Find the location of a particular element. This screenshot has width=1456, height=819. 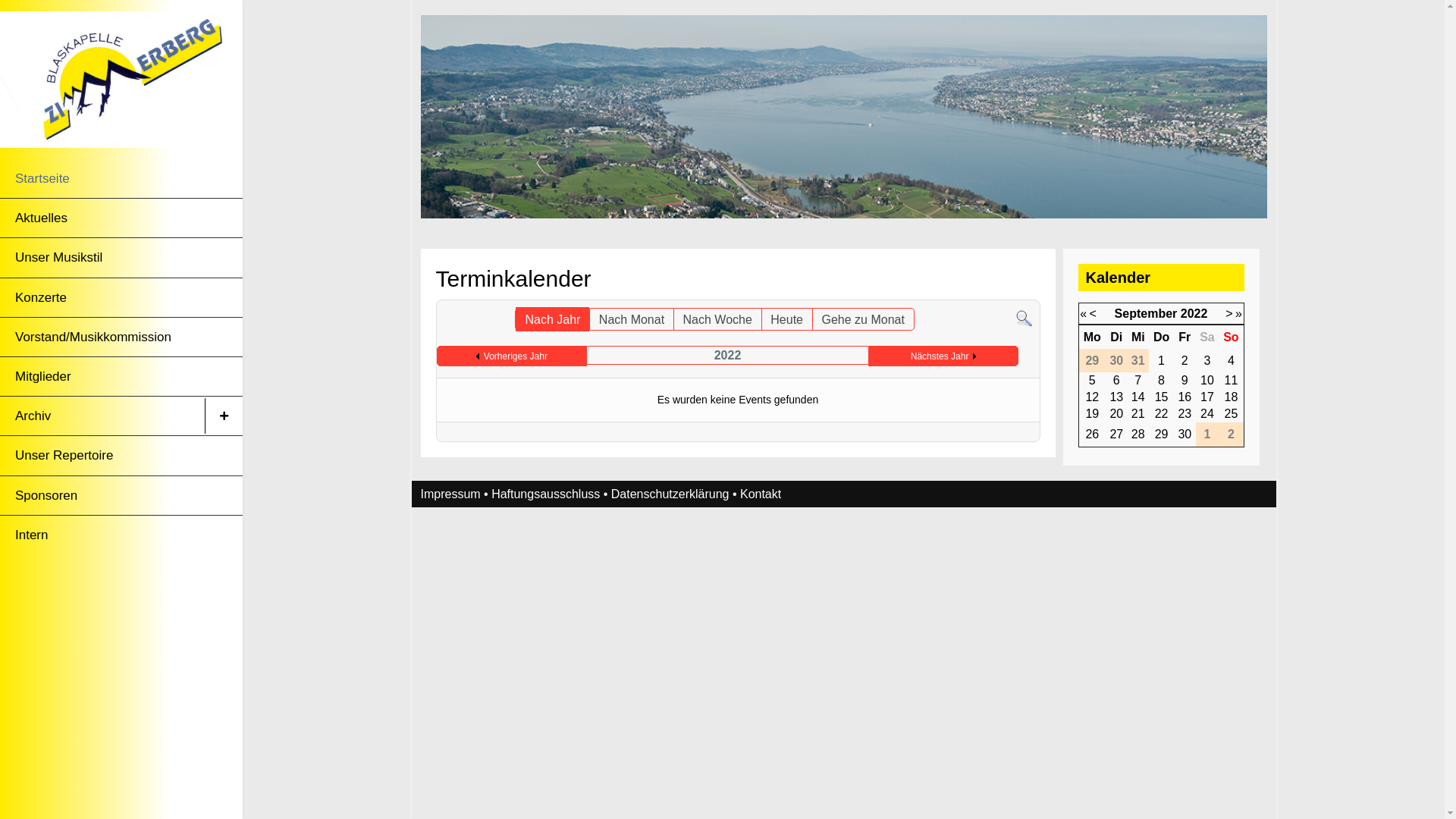

'15' is located at coordinates (1160, 396).